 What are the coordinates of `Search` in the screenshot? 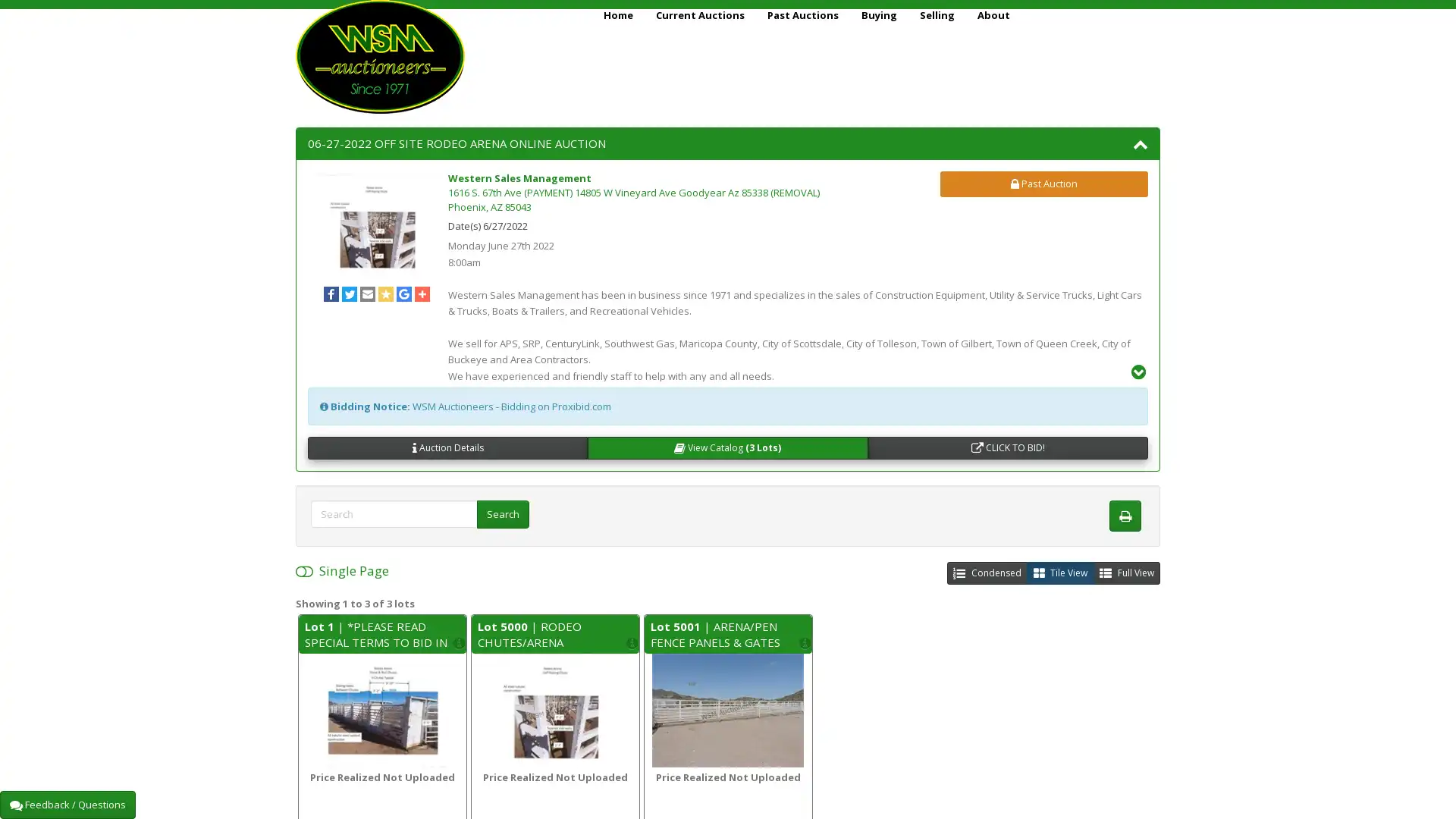 It's located at (503, 513).